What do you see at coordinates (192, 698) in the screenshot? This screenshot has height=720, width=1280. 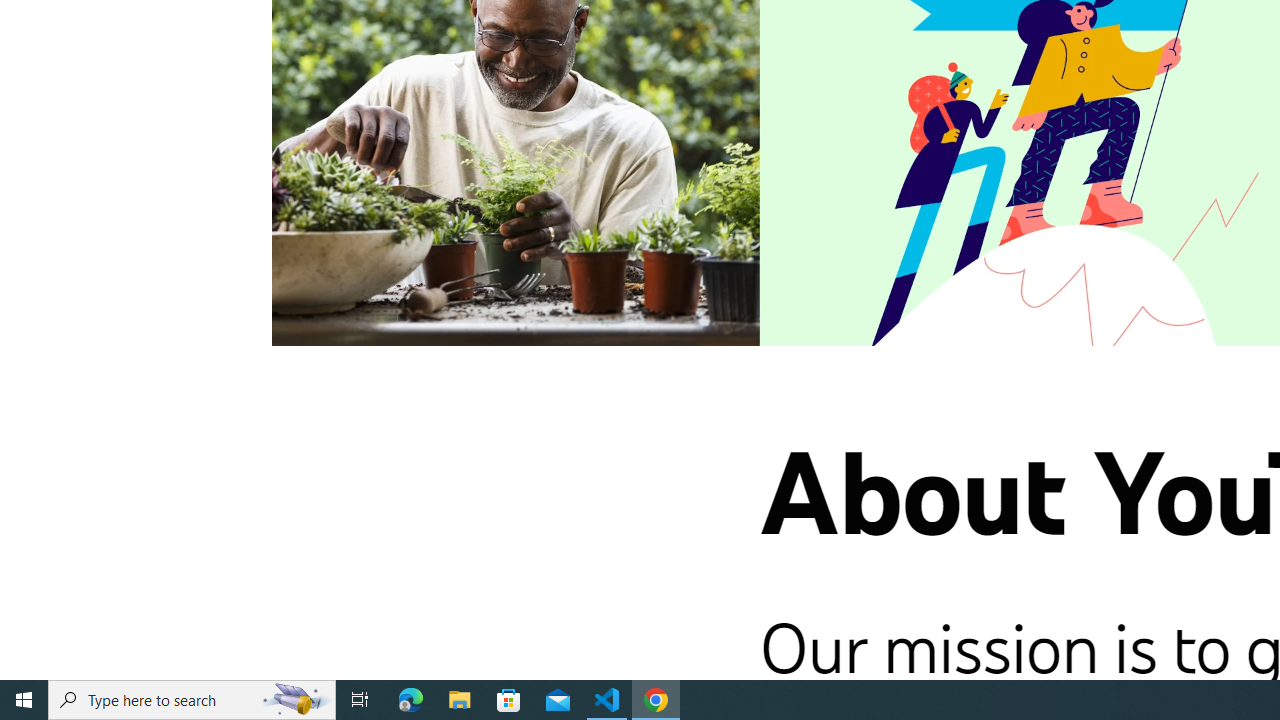 I see `'Type here to search'` at bounding box center [192, 698].